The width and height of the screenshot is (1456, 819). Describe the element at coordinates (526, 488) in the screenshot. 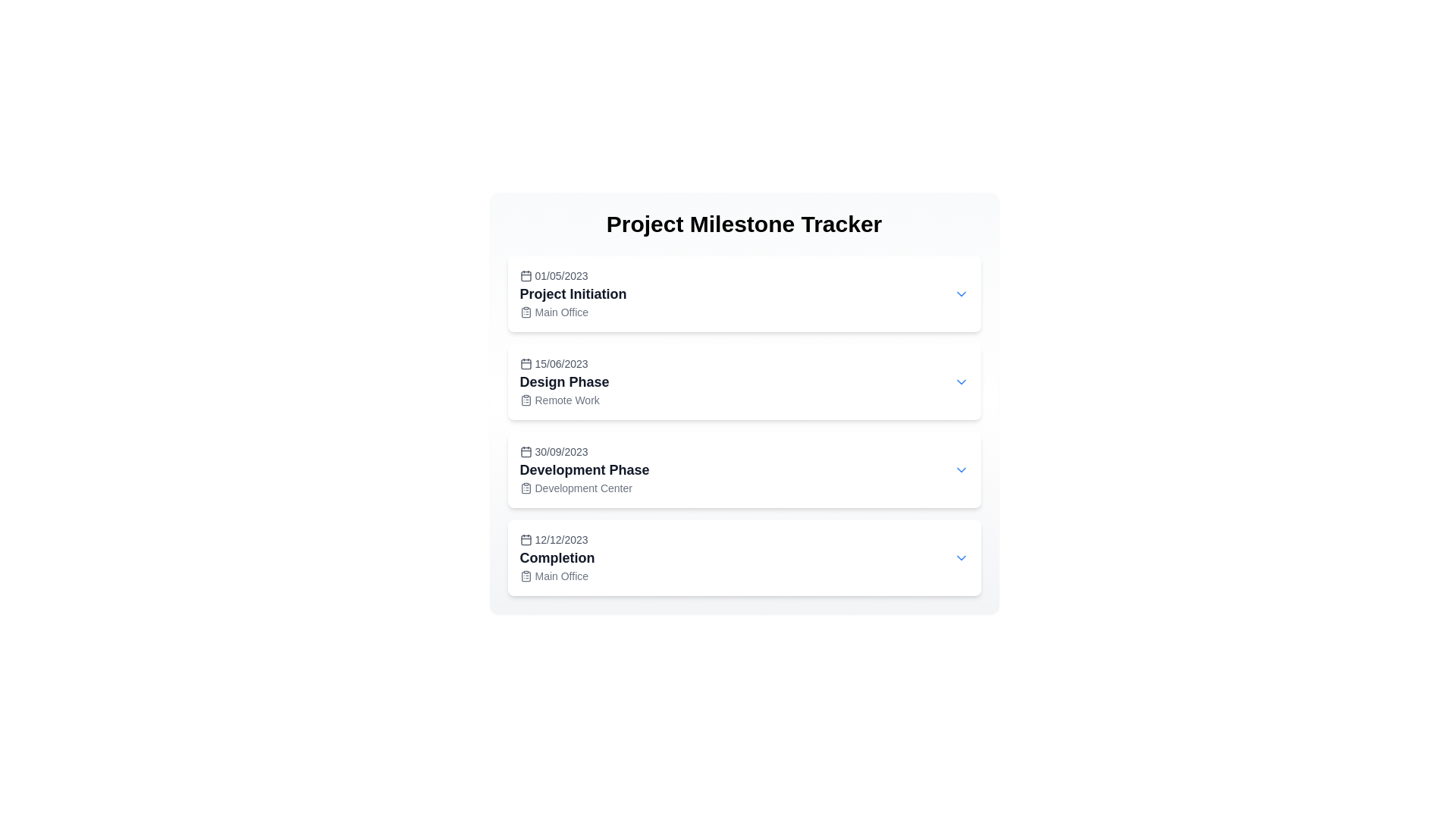

I see `the clipboard icon located within the 'Development Phase' milestone item, positioned slightly to the left of the milestone title` at that location.